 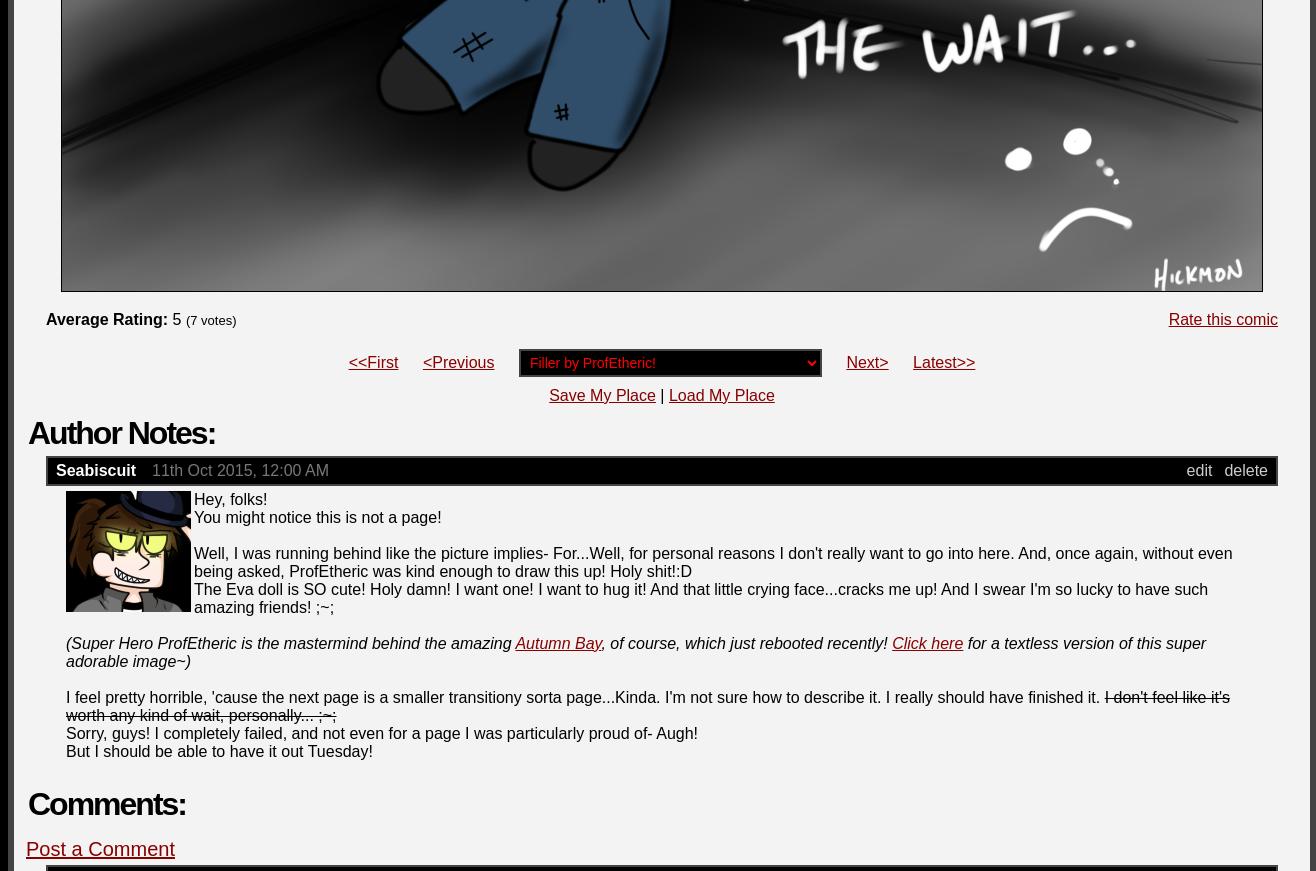 I want to click on 'Latest>>', so click(x=913, y=361).